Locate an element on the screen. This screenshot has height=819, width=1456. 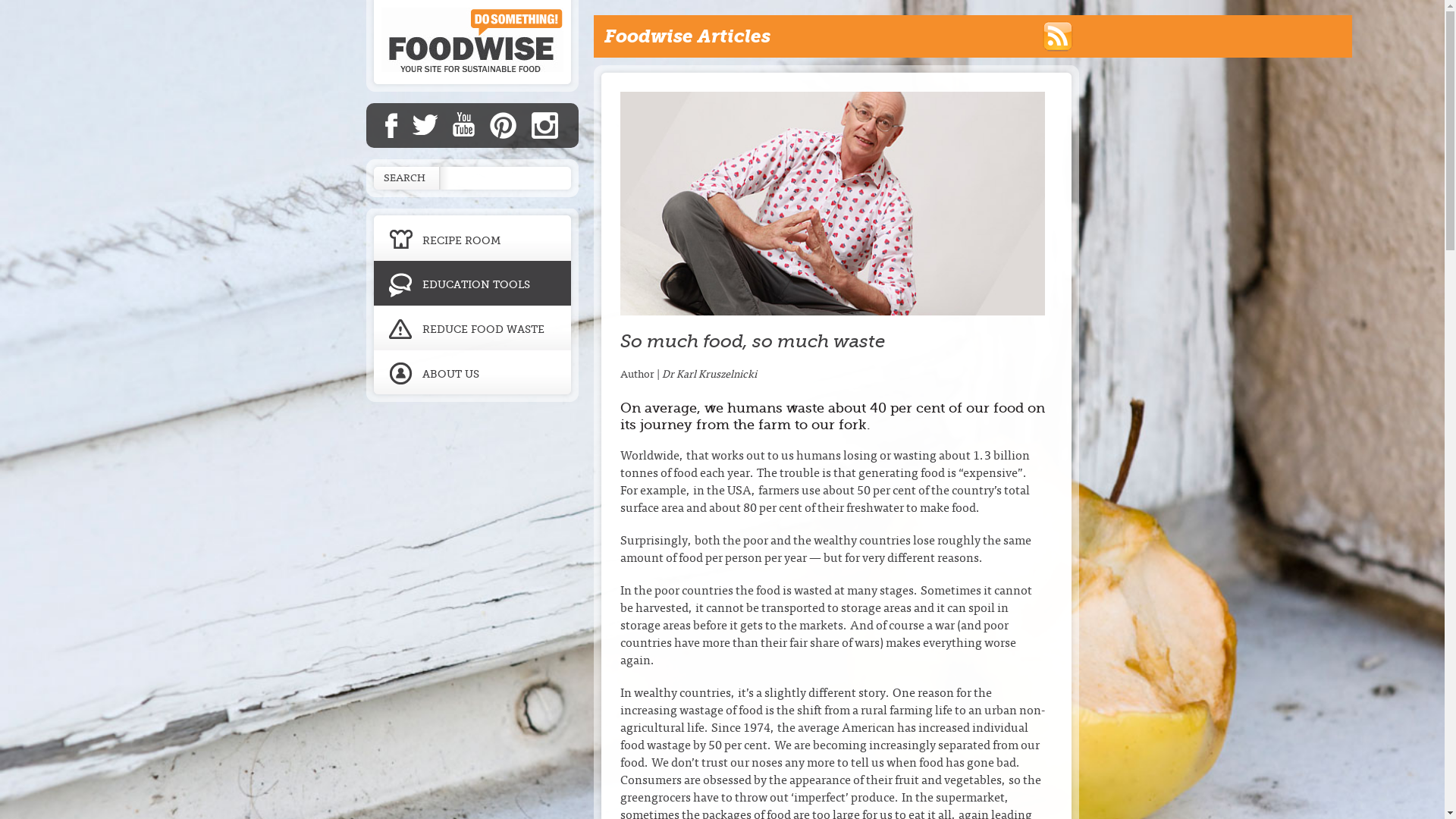
'EDUCATION TOOLS' is located at coordinates (471, 283).